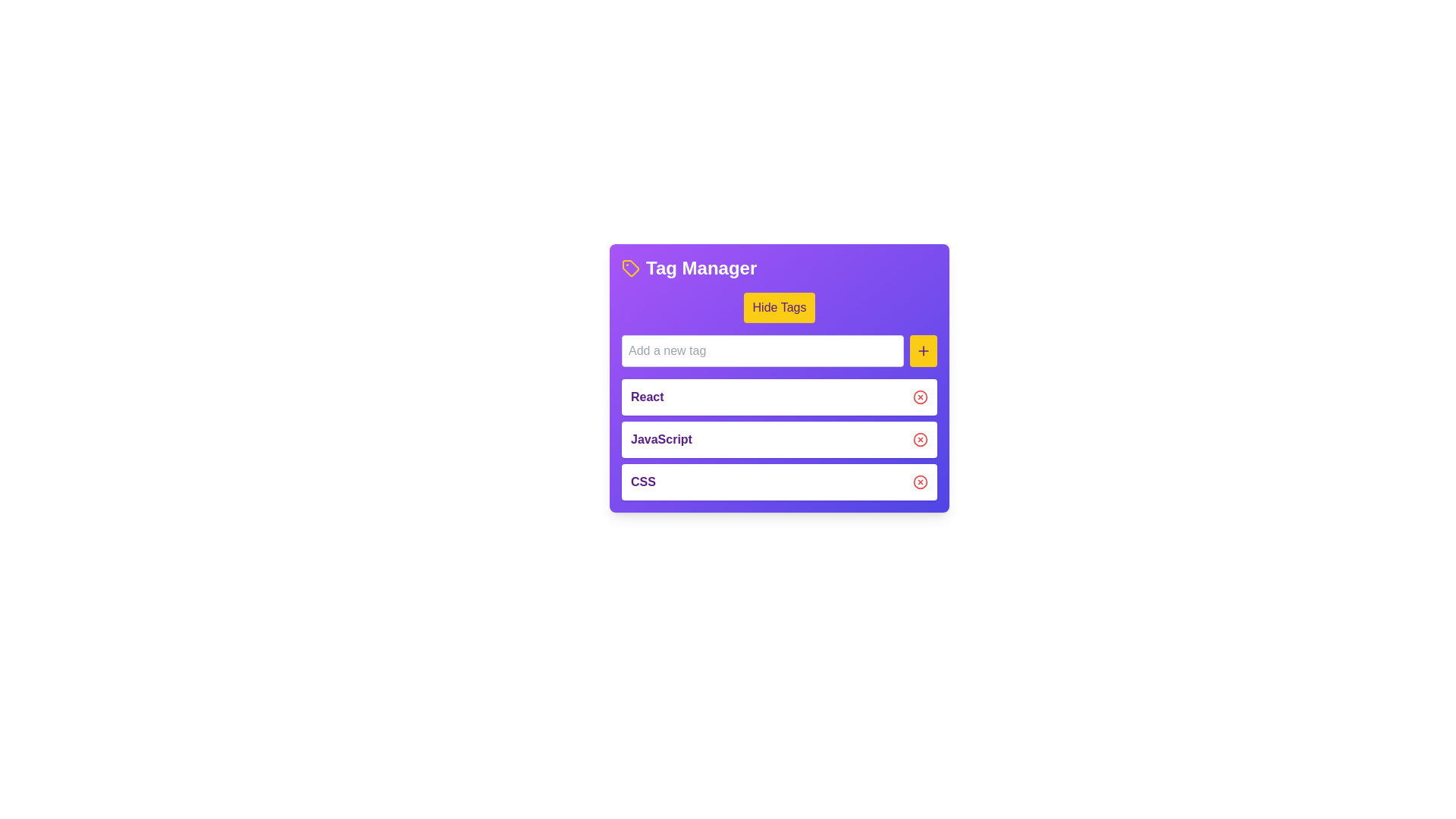 The height and width of the screenshot is (819, 1456). Describe the element at coordinates (779, 439) in the screenshot. I see `the second card in the list titled 'Tag Manager', which displays 'JavaScript' in bold purple font and features a red clickable delete button with a white 'x'` at that location.